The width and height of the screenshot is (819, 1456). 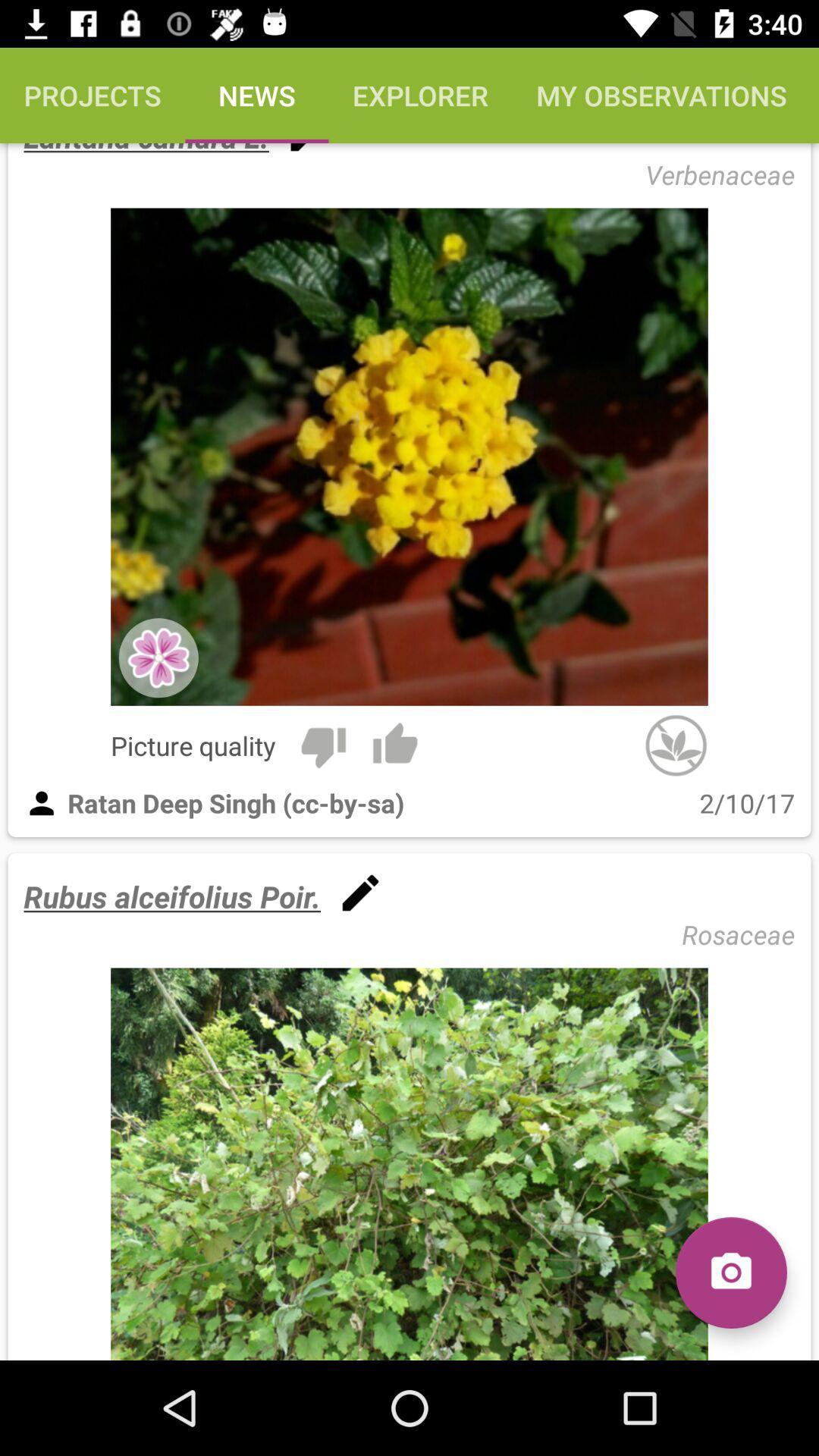 I want to click on rubus alceifolius poir. icon, so click(x=171, y=896).